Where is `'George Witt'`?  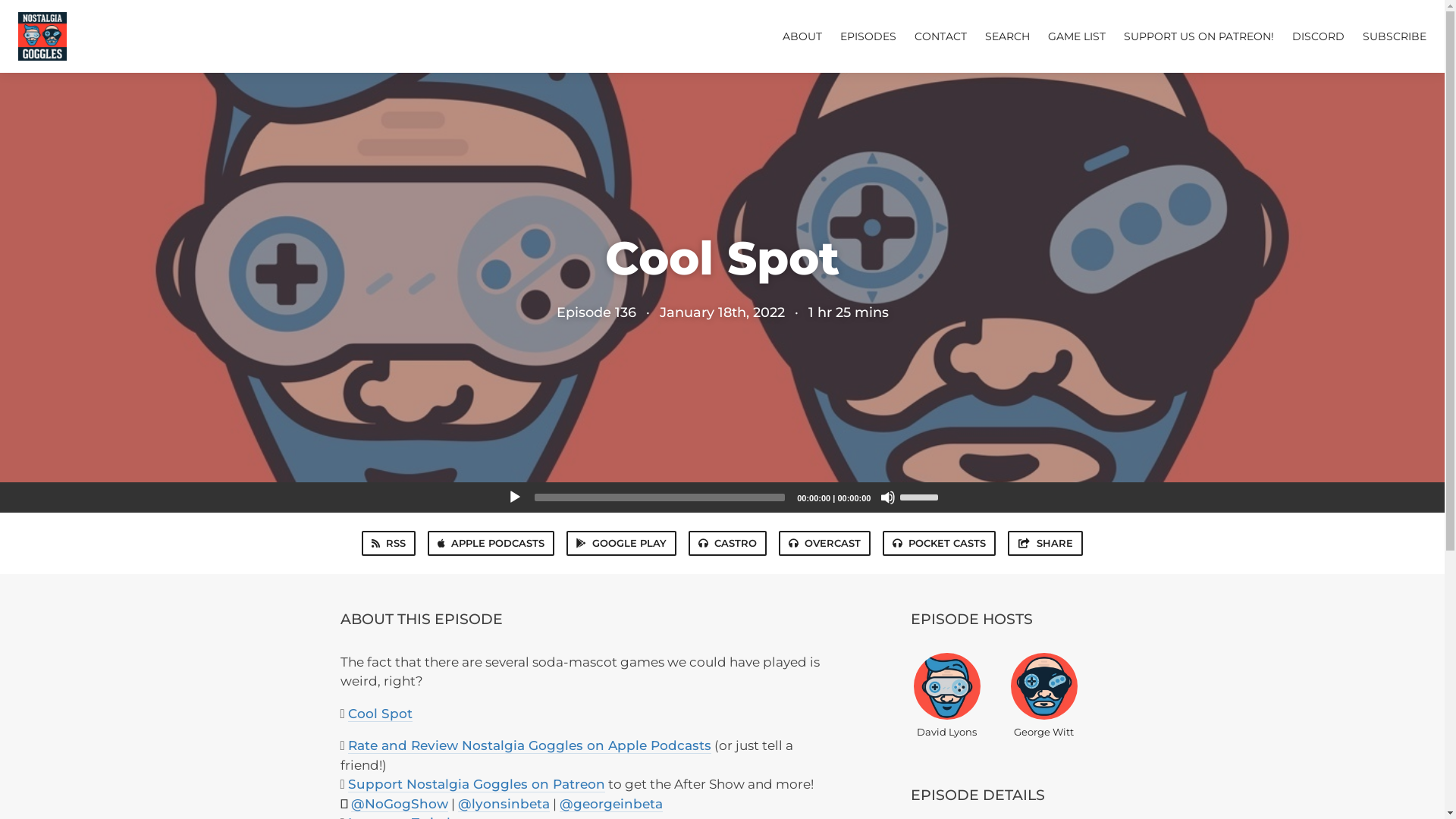 'George Witt' is located at coordinates (1043, 694).